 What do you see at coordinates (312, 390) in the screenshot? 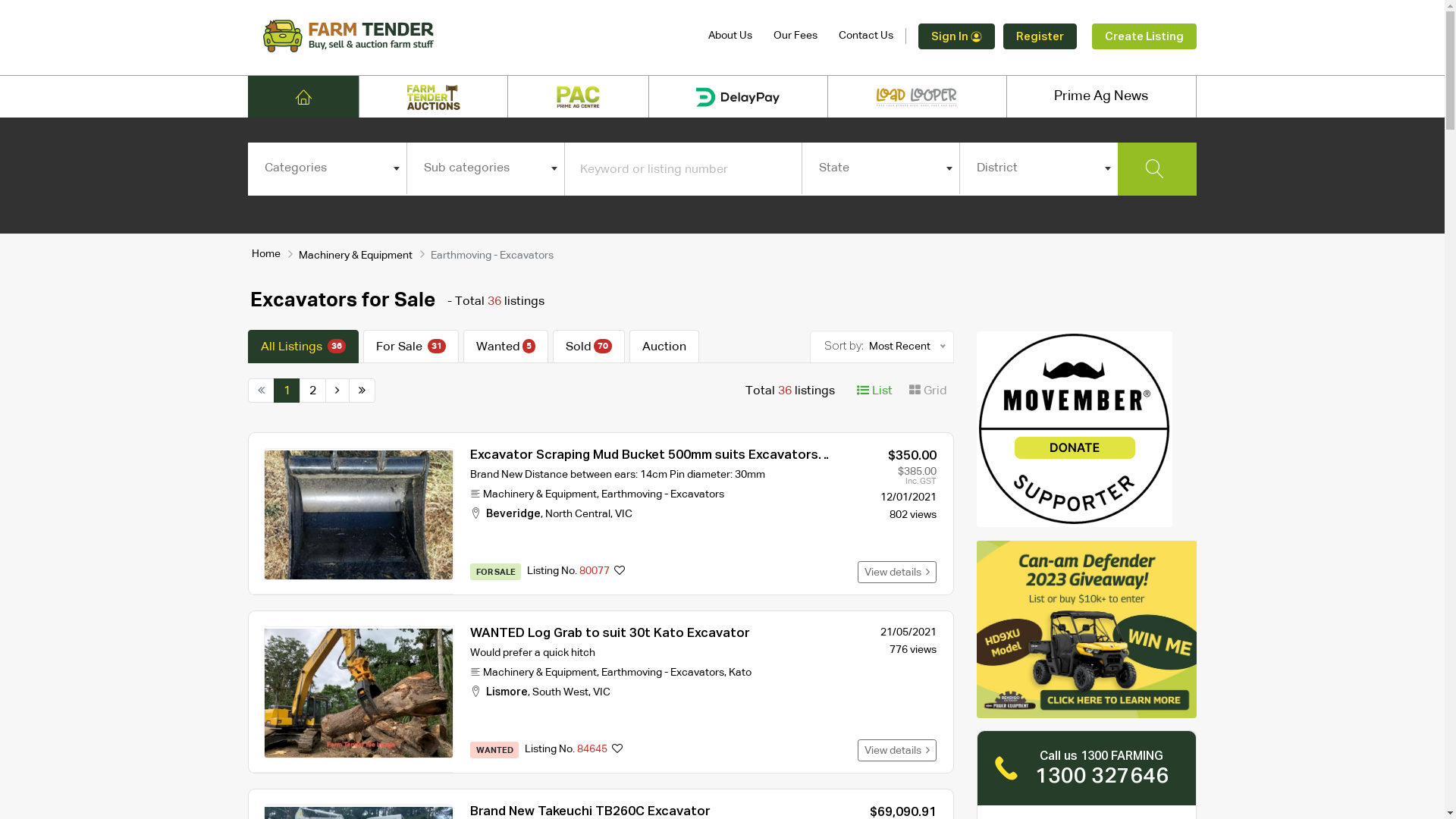
I see `'2'` at bounding box center [312, 390].